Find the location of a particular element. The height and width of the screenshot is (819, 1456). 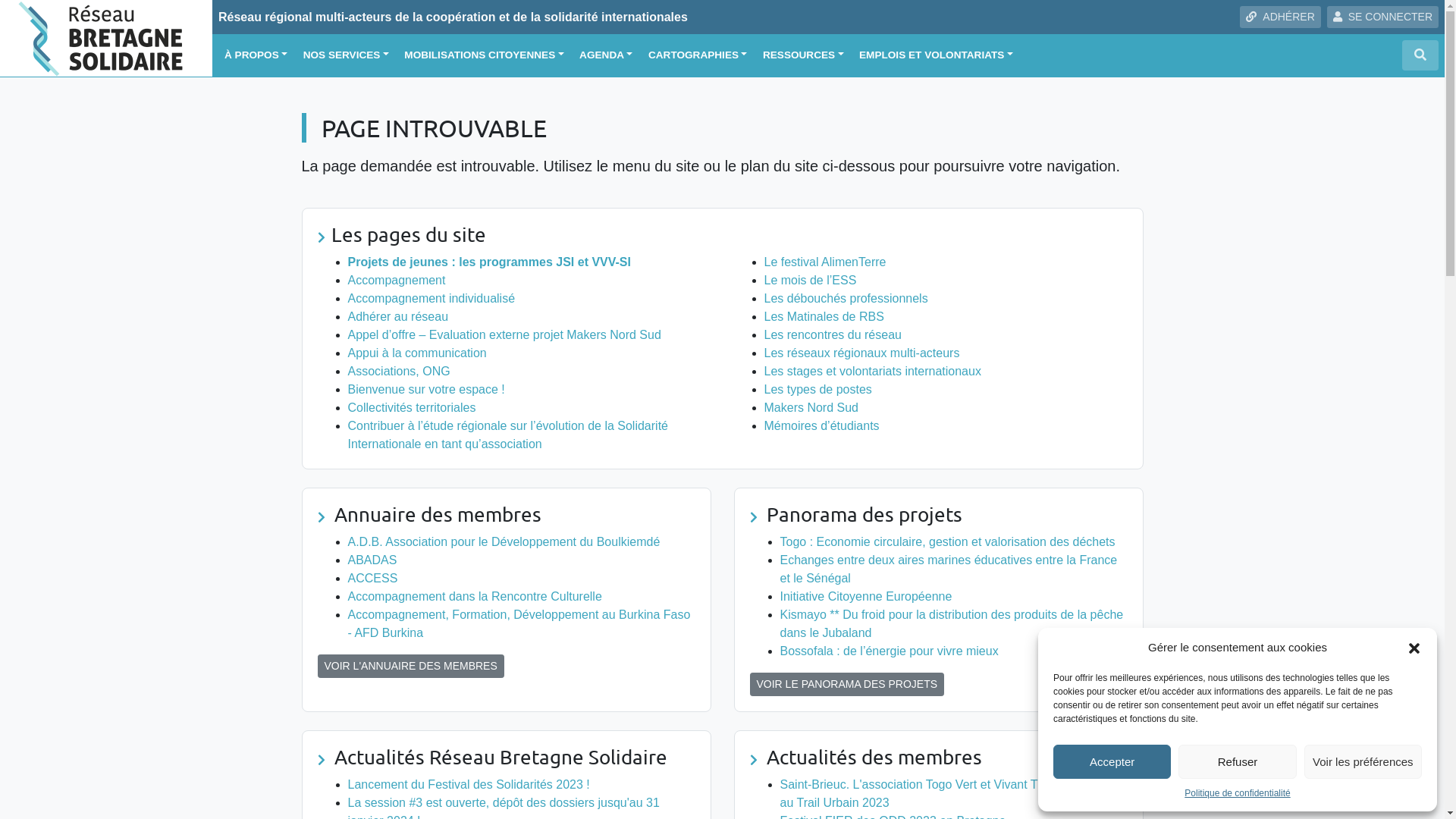

'Les types de postes' is located at coordinates (817, 388).